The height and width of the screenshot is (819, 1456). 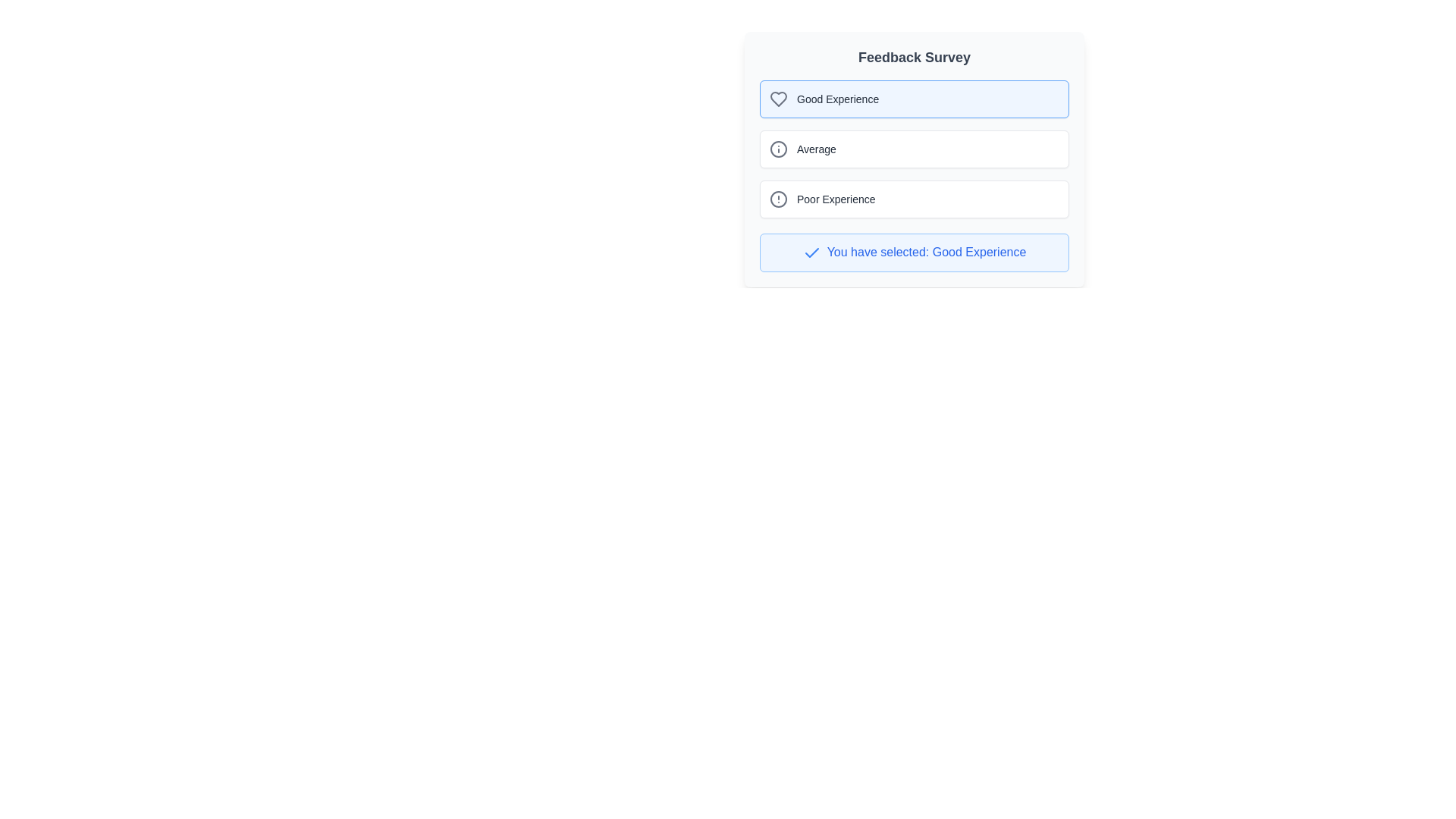 I want to click on the second button in the Feedback Survey section to change its style, so click(x=913, y=149).